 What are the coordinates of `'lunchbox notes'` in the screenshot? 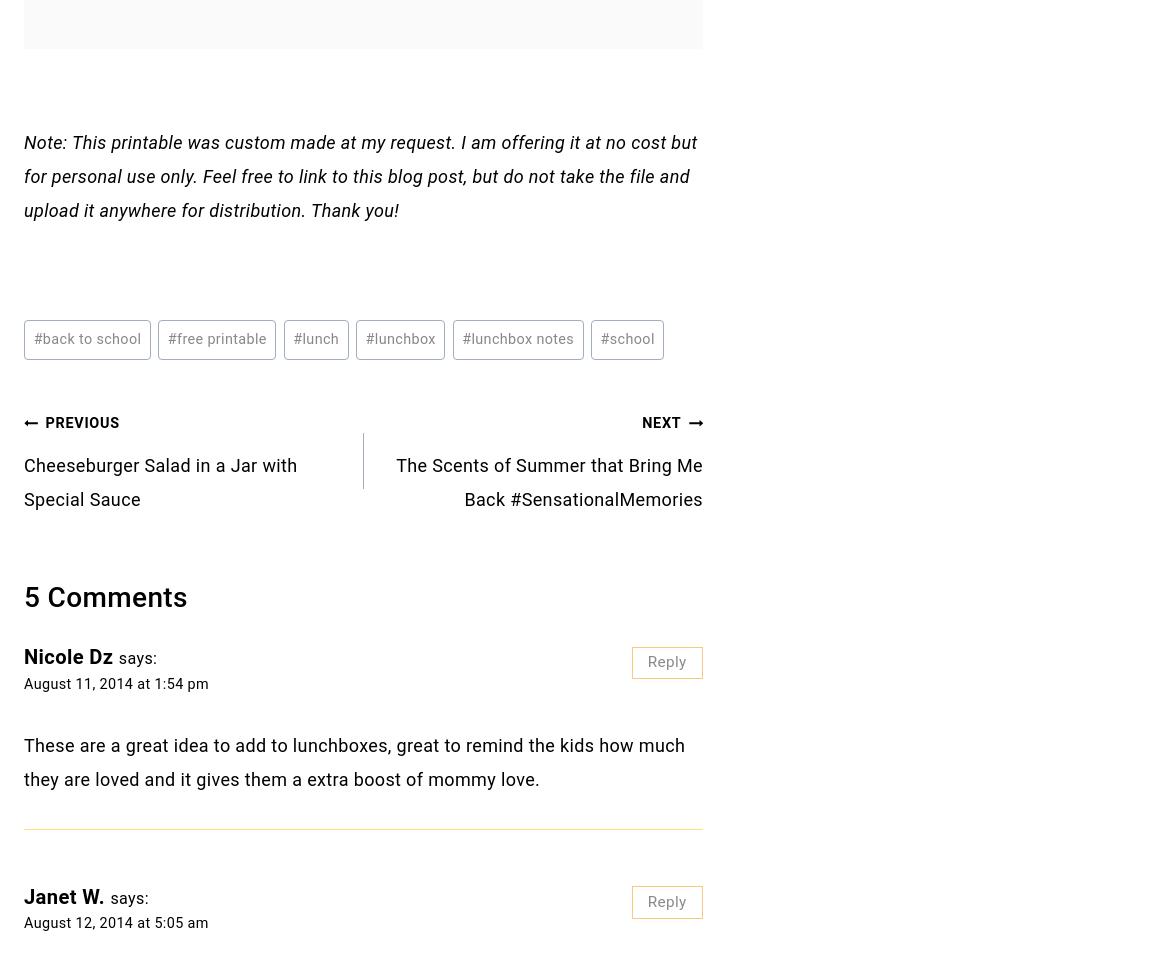 It's located at (522, 338).